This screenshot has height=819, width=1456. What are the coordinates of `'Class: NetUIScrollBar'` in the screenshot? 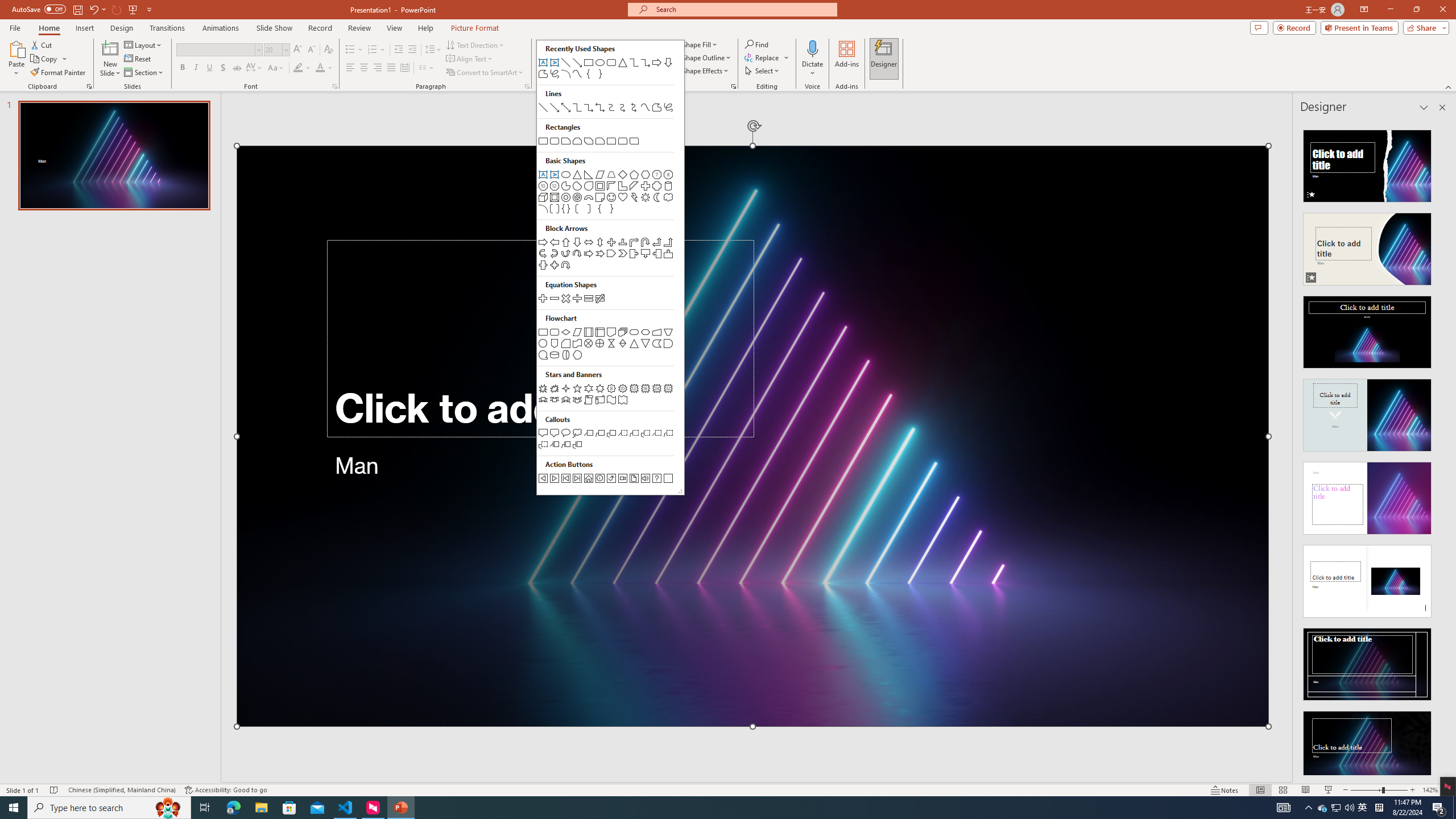 It's located at (1441, 447).